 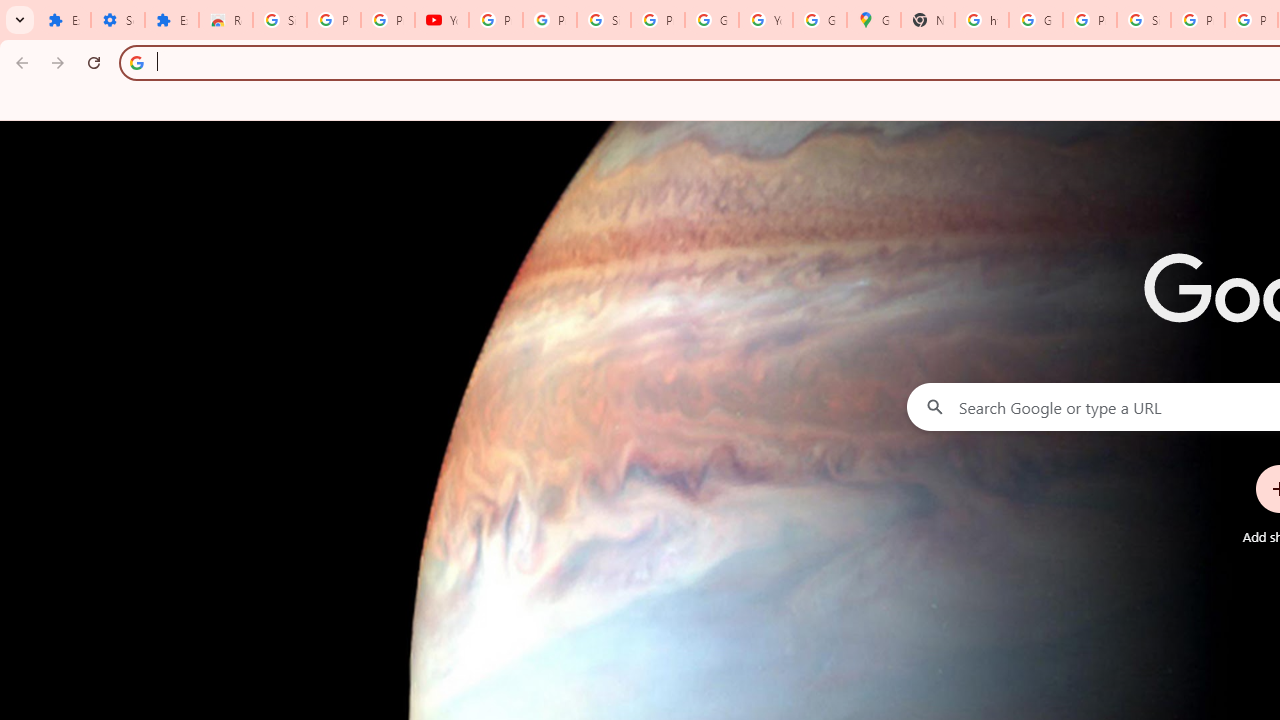 I want to click on 'Google Account', so click(x=711, y=20).